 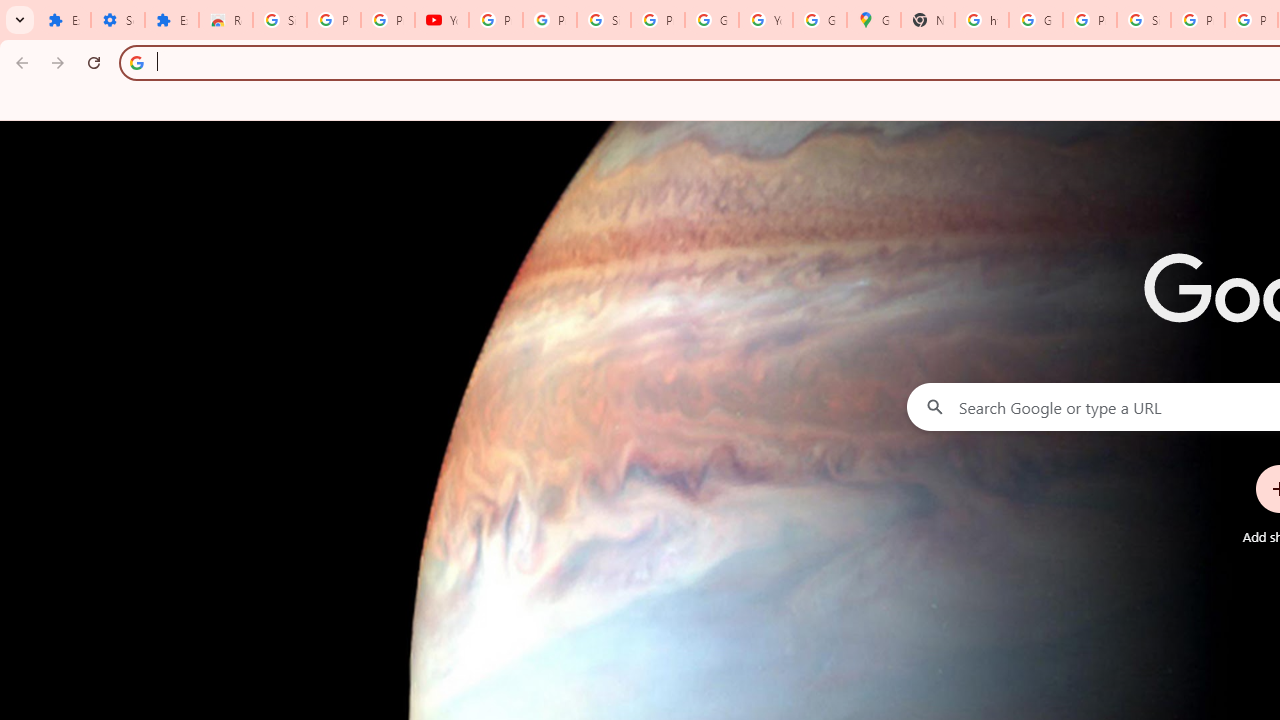 I want to click on 'Google Account', so click(x=711, y=20).